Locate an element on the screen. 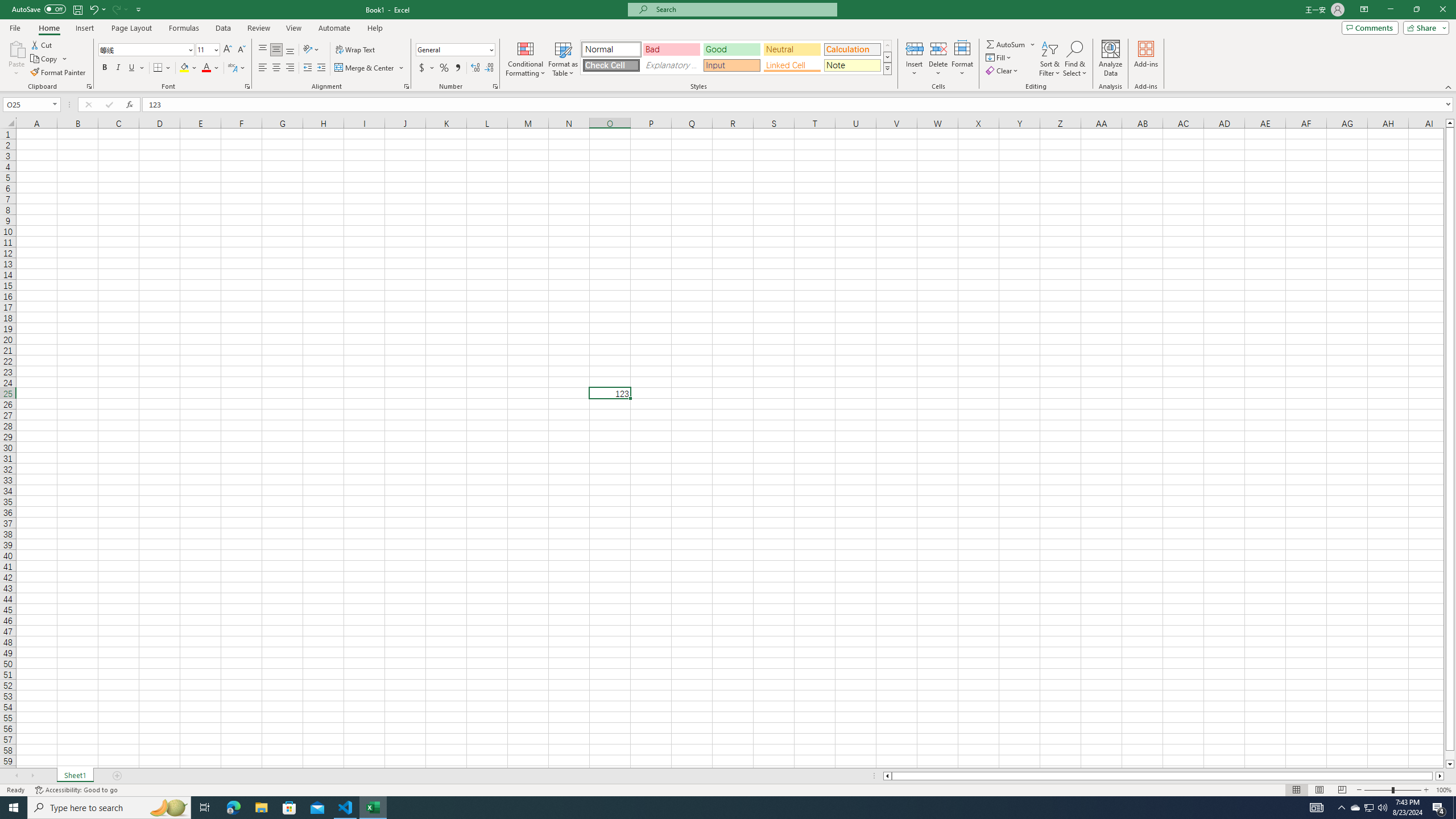 This screenshot has width=1456, height=819. 'Column left' is located at coordinates (886, 775).